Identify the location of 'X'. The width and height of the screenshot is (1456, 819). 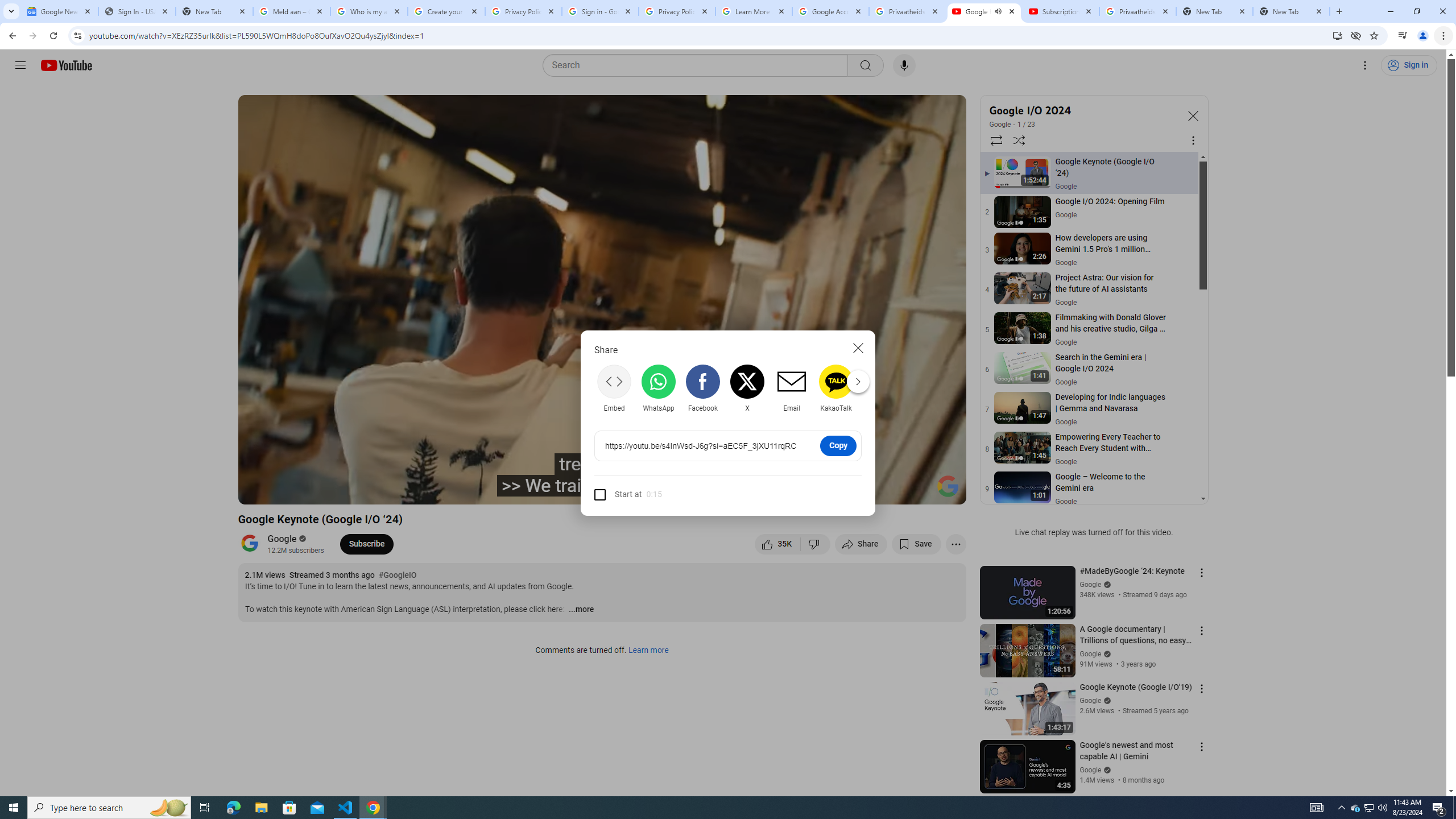
(747, 388).